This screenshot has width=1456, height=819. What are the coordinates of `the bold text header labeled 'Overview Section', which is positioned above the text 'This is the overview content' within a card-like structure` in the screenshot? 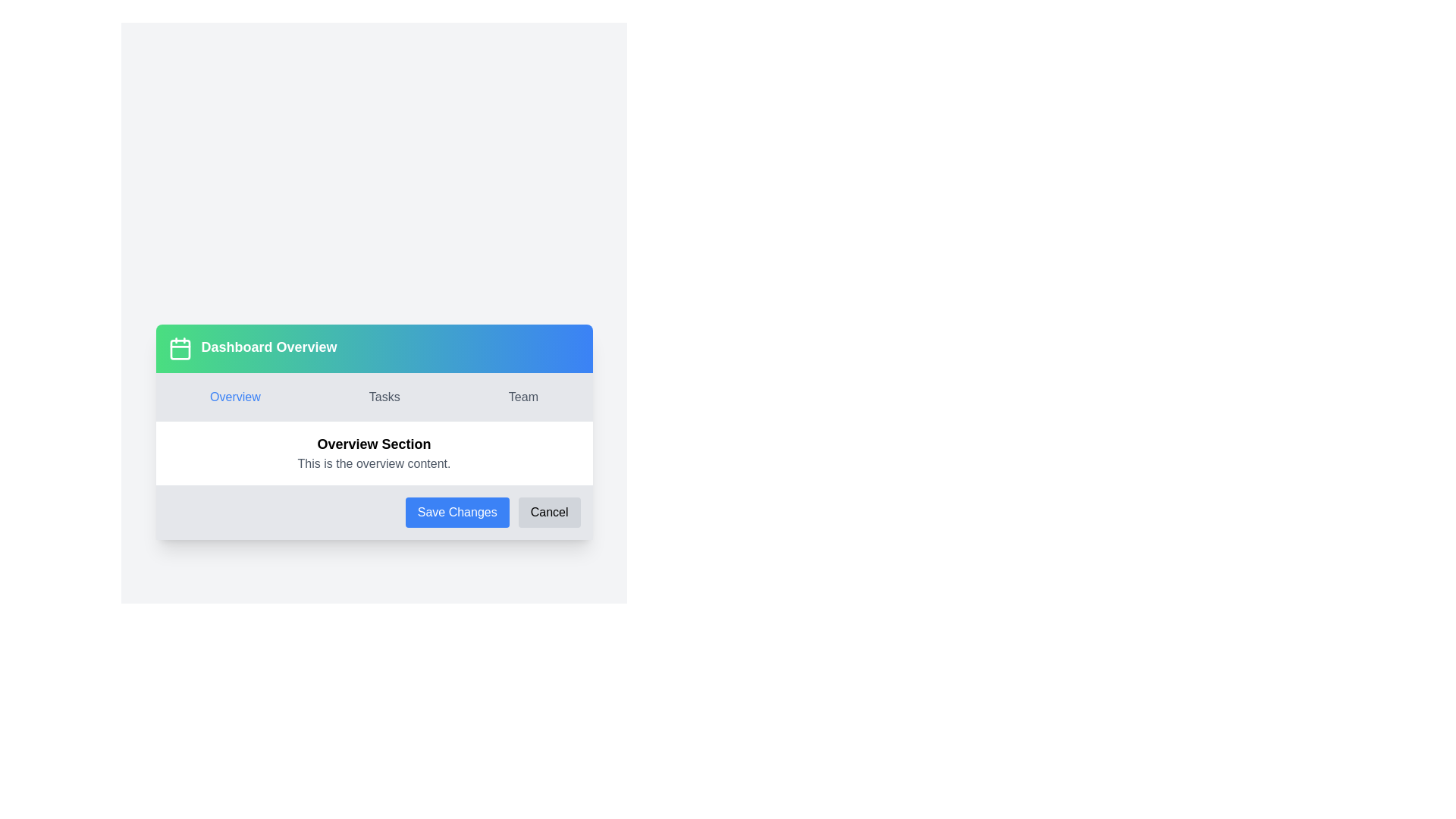 It's located at (374, 444).